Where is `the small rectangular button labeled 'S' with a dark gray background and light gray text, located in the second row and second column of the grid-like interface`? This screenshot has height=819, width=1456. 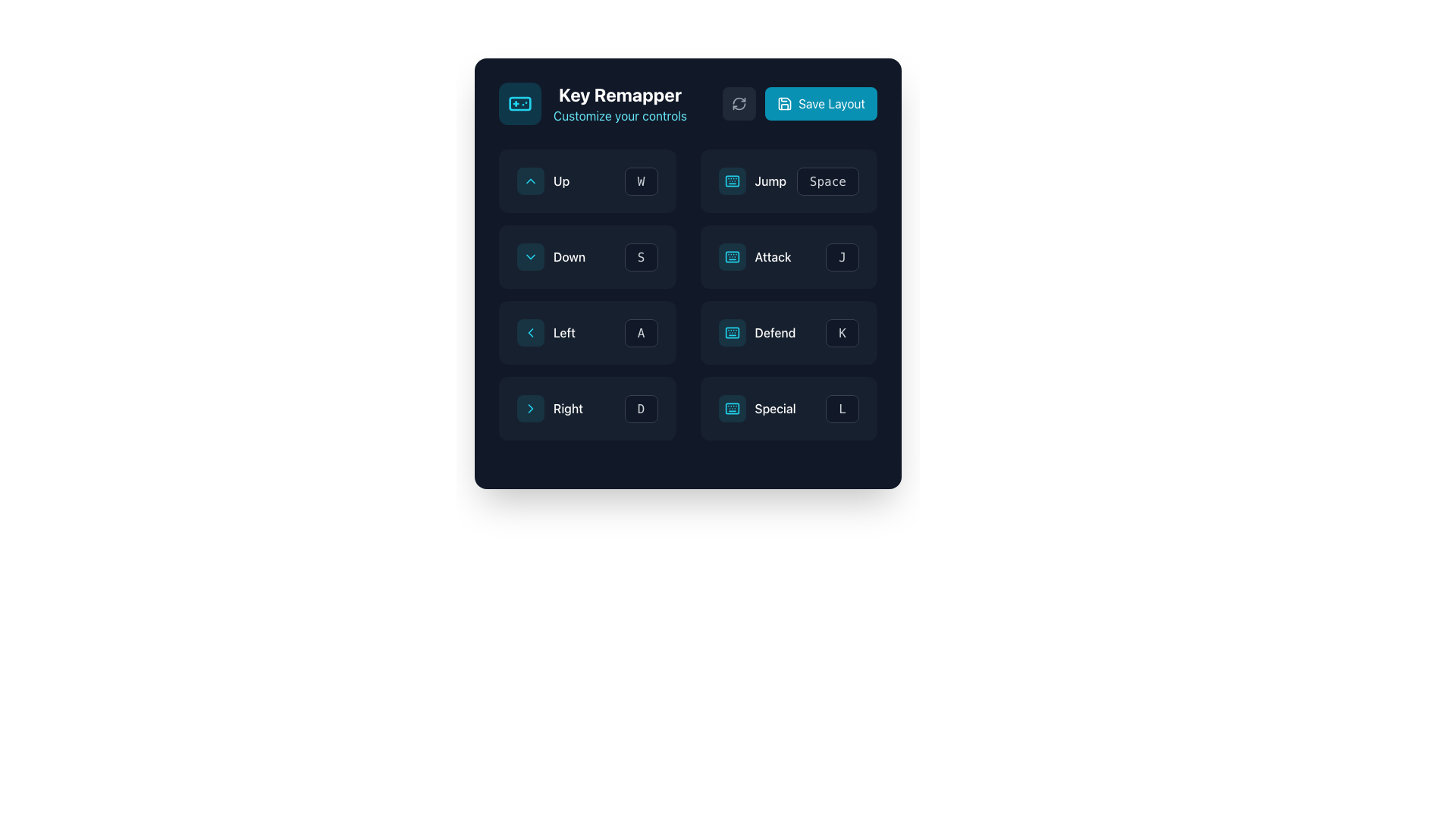 the small rectangular button labeled 'S' with a dark gray background and light gray text, located in the second row and second column of the grid-like interface is located at coordinates (641, 256).